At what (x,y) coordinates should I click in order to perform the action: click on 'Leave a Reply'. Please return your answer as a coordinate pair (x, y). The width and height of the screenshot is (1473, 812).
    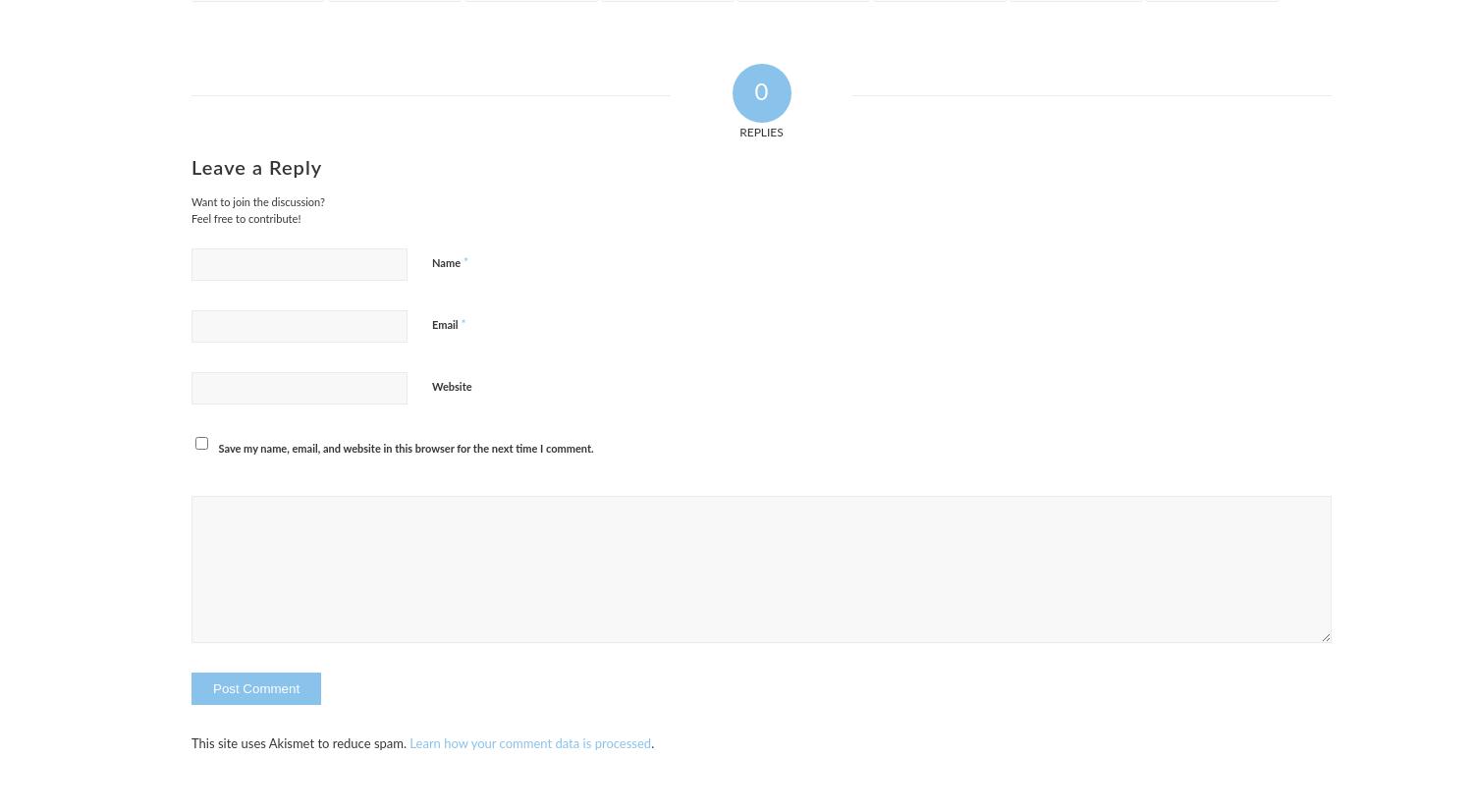
    Looking at the image, I should click on (256, 168).